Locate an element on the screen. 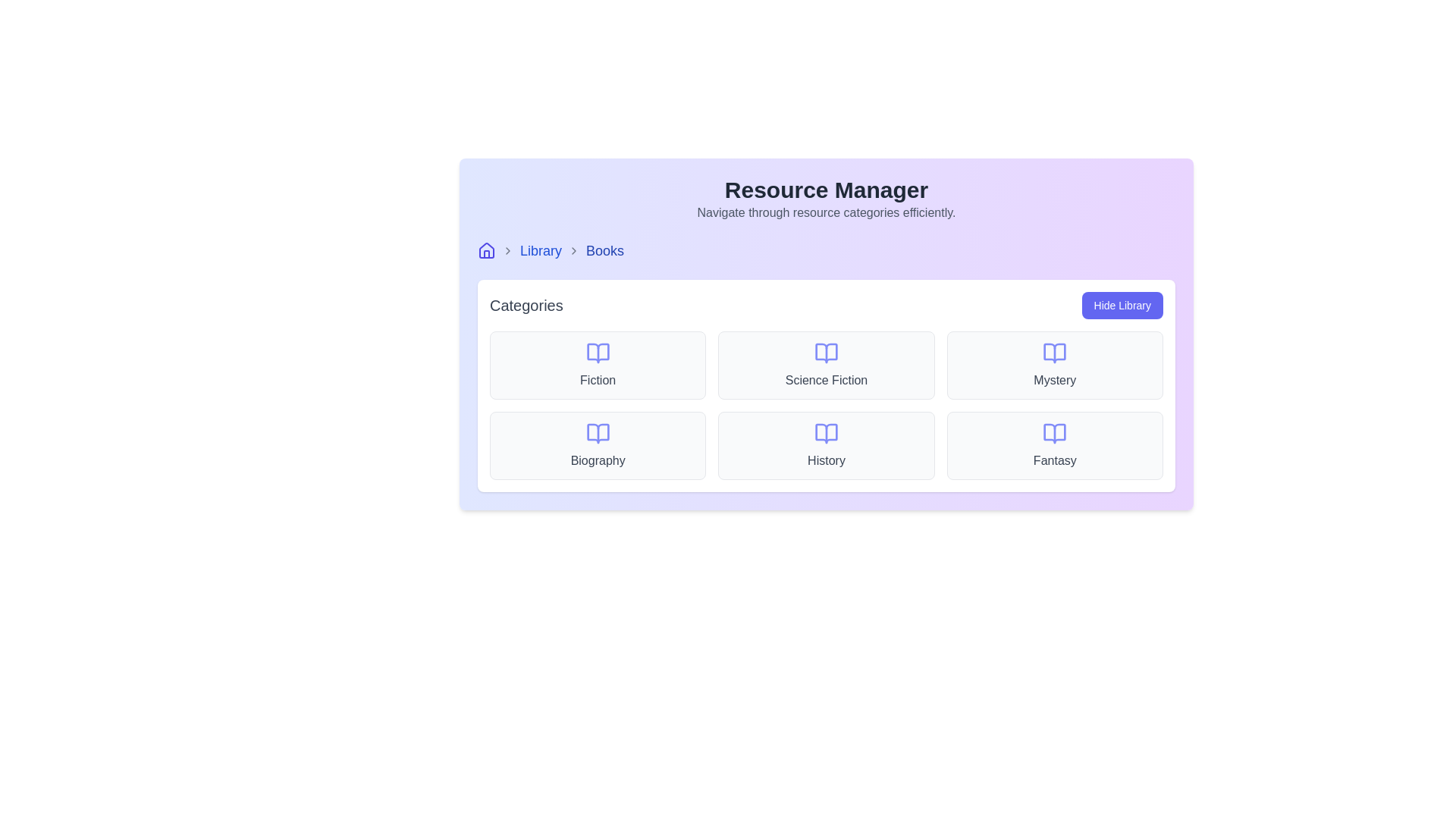 The image size is (1456, 819). the open book icon representing the 'Fiction' category located in the top-left category tile of the grid is located at coordinates (597, 353).